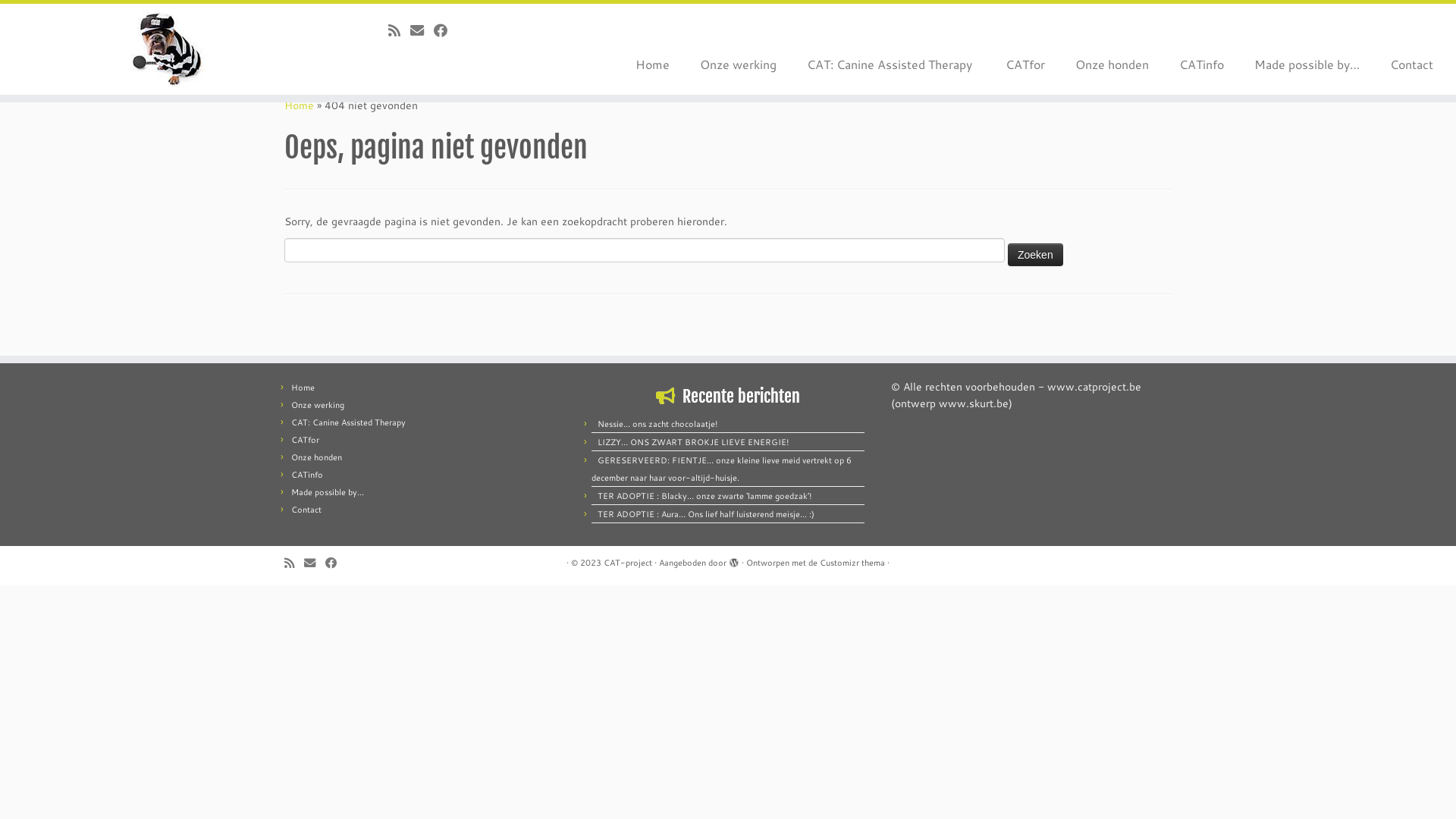  What do you see at coordinates (294, 563) in the screenshot?
I see `'Abonneer op mijn RSS feed'` at bounding box center [294, 563].